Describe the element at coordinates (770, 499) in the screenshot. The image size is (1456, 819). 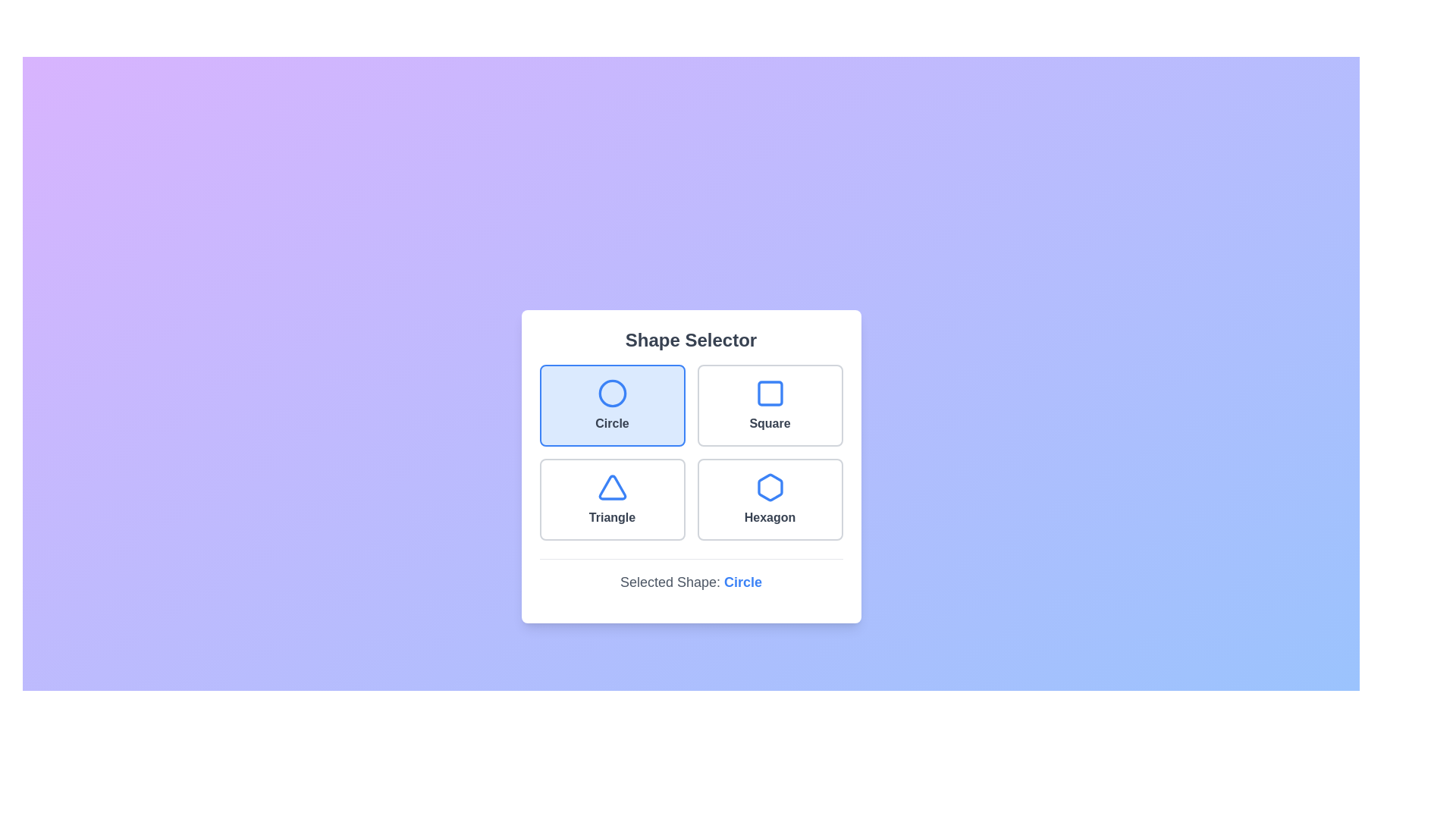
I see `the shape Hexagon by clicking its button` at that location.